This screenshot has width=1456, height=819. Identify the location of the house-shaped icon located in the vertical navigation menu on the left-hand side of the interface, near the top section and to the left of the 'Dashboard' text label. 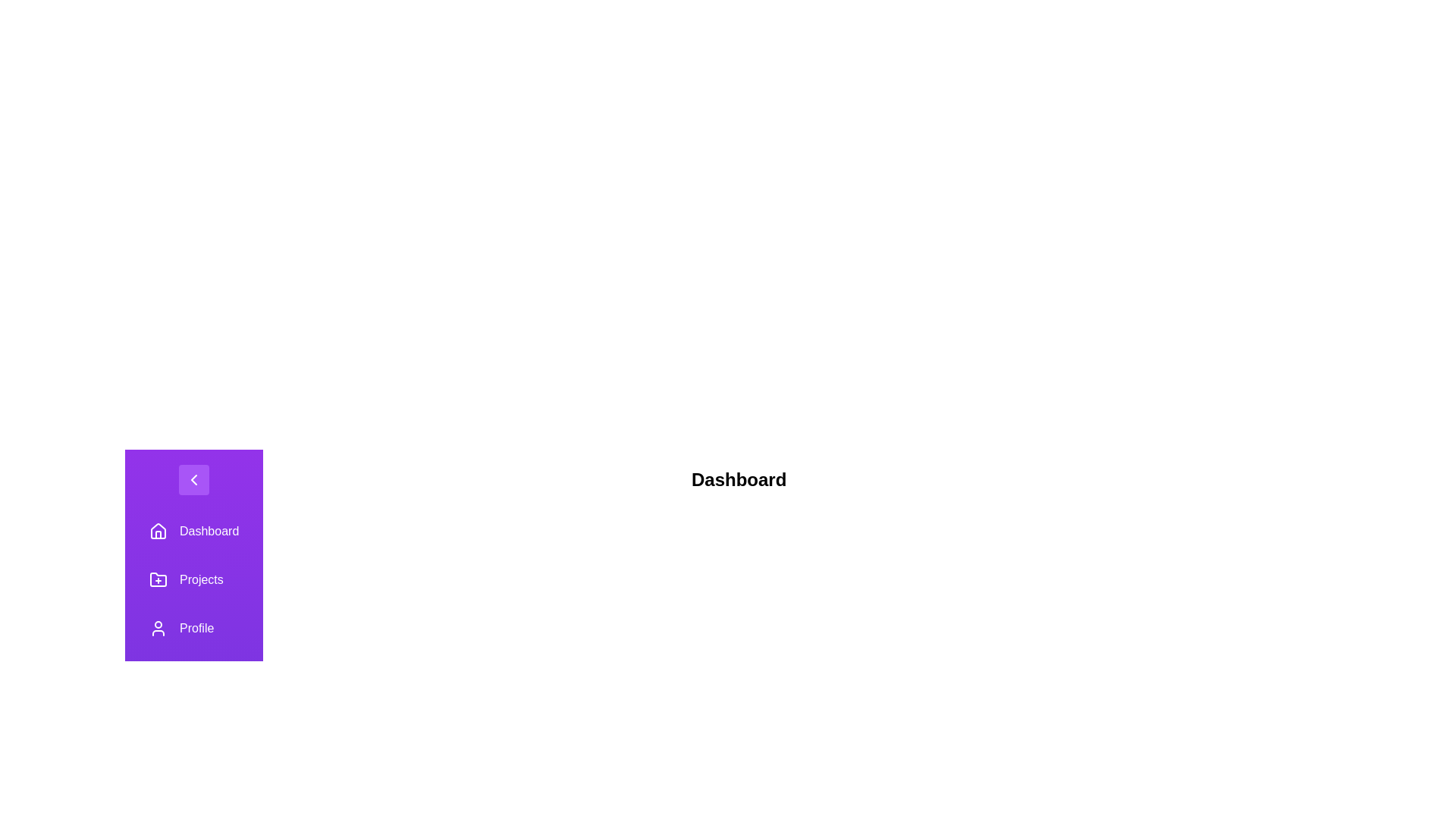
(158, 529).